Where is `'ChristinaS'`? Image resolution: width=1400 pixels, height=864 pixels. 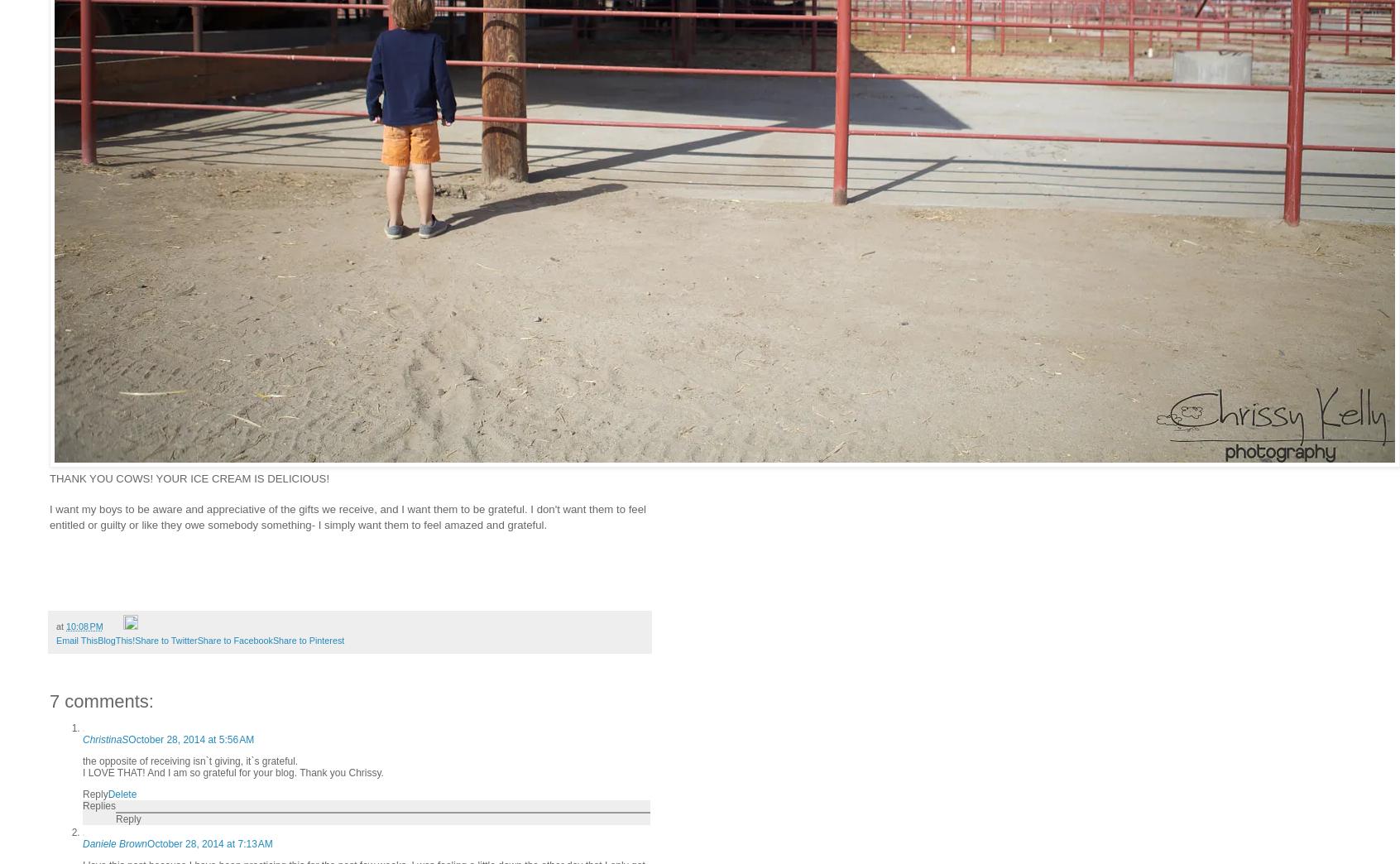
'ChristinaS' is located at coordinates (105, 739).